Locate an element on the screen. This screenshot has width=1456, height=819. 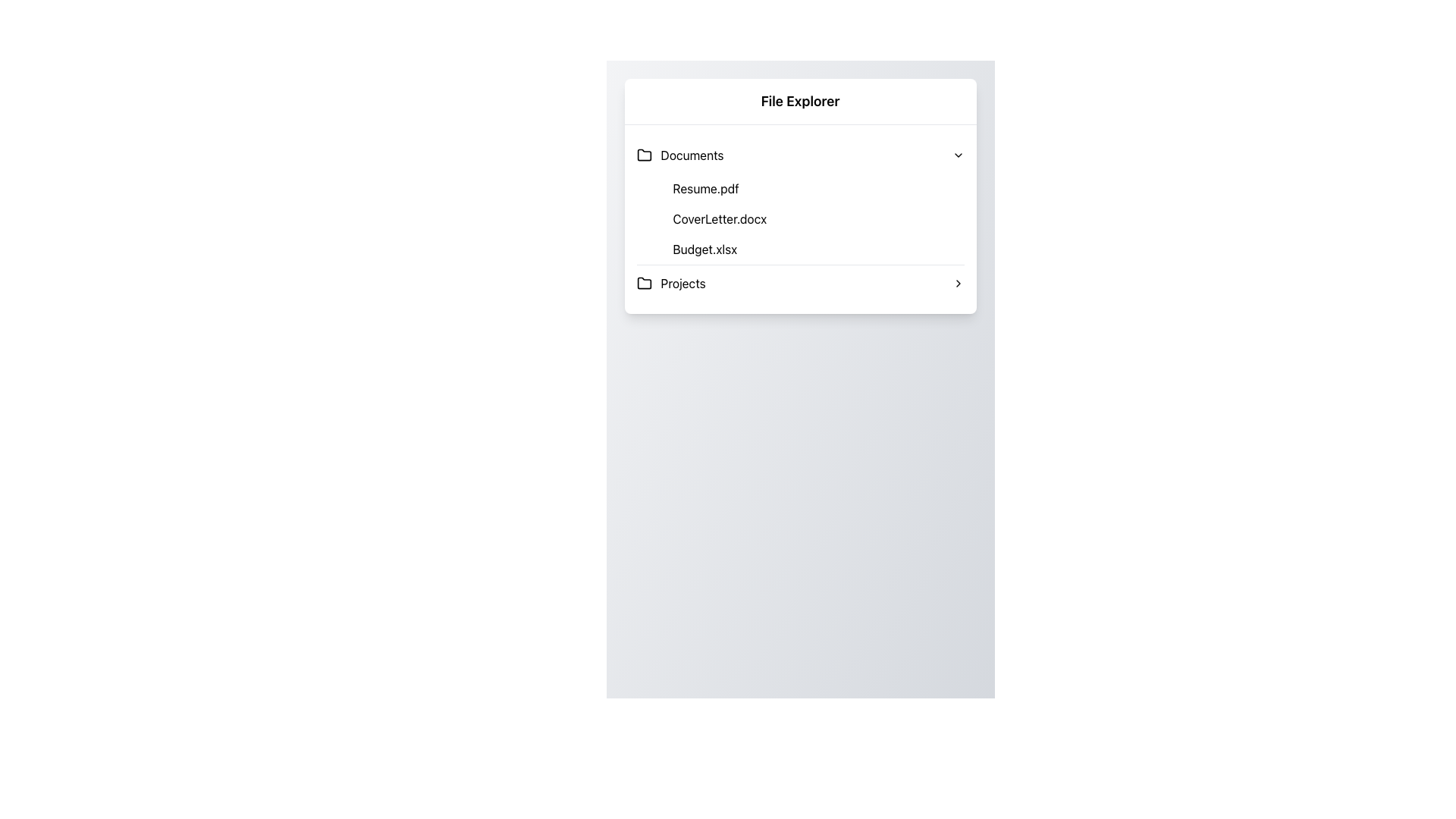
the central filename 'CoverLetter.docx' is located at coordinates (799, 219).